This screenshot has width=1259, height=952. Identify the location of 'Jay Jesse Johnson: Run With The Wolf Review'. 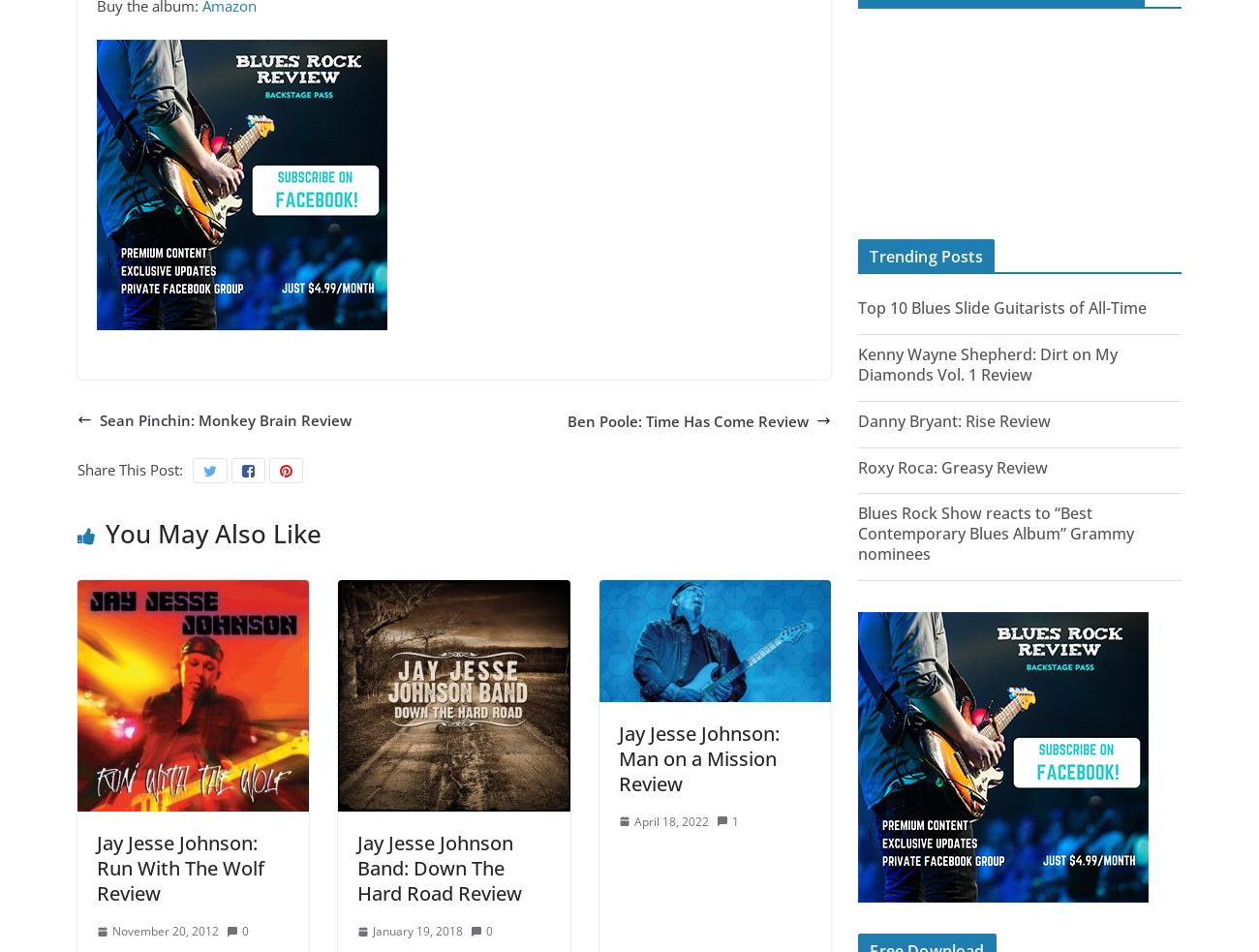
(180, 868).